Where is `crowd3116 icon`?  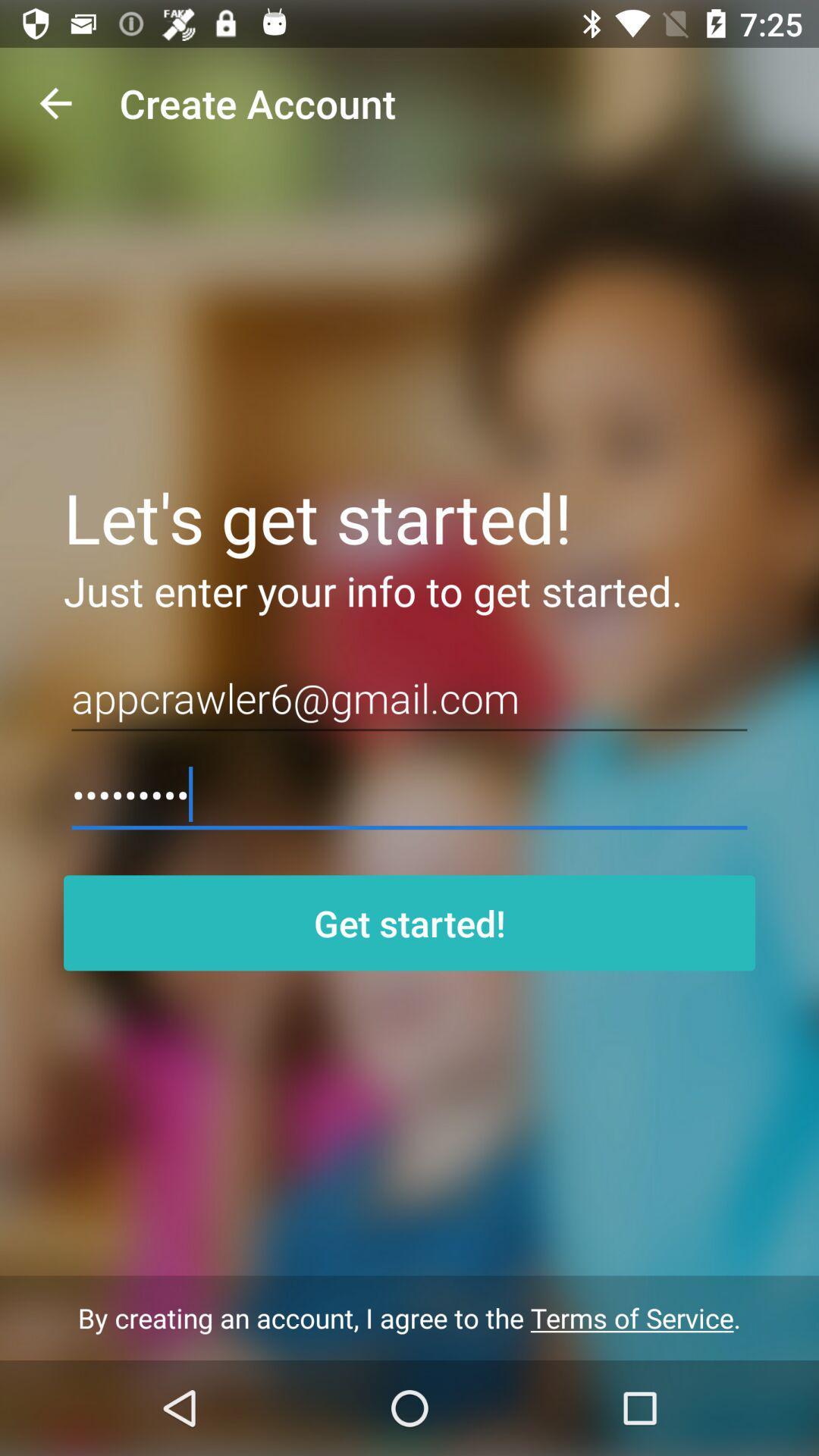
crowd3116 icon is located at coordinates (409, 794).